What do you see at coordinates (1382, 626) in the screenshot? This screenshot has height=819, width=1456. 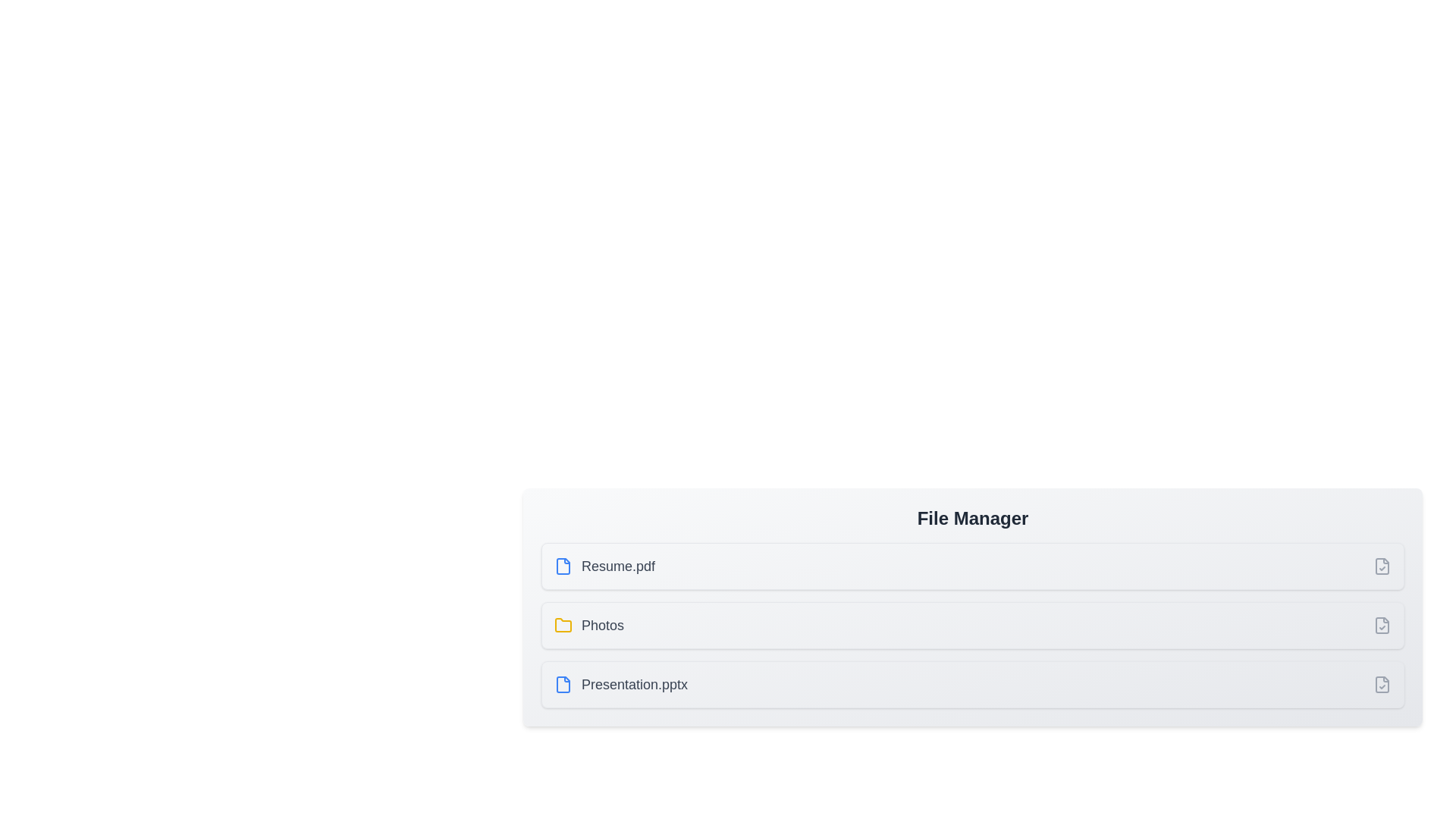 I see `the item corresponding to Photos by clicking its checkbox` at bounding box center [1382, 626].